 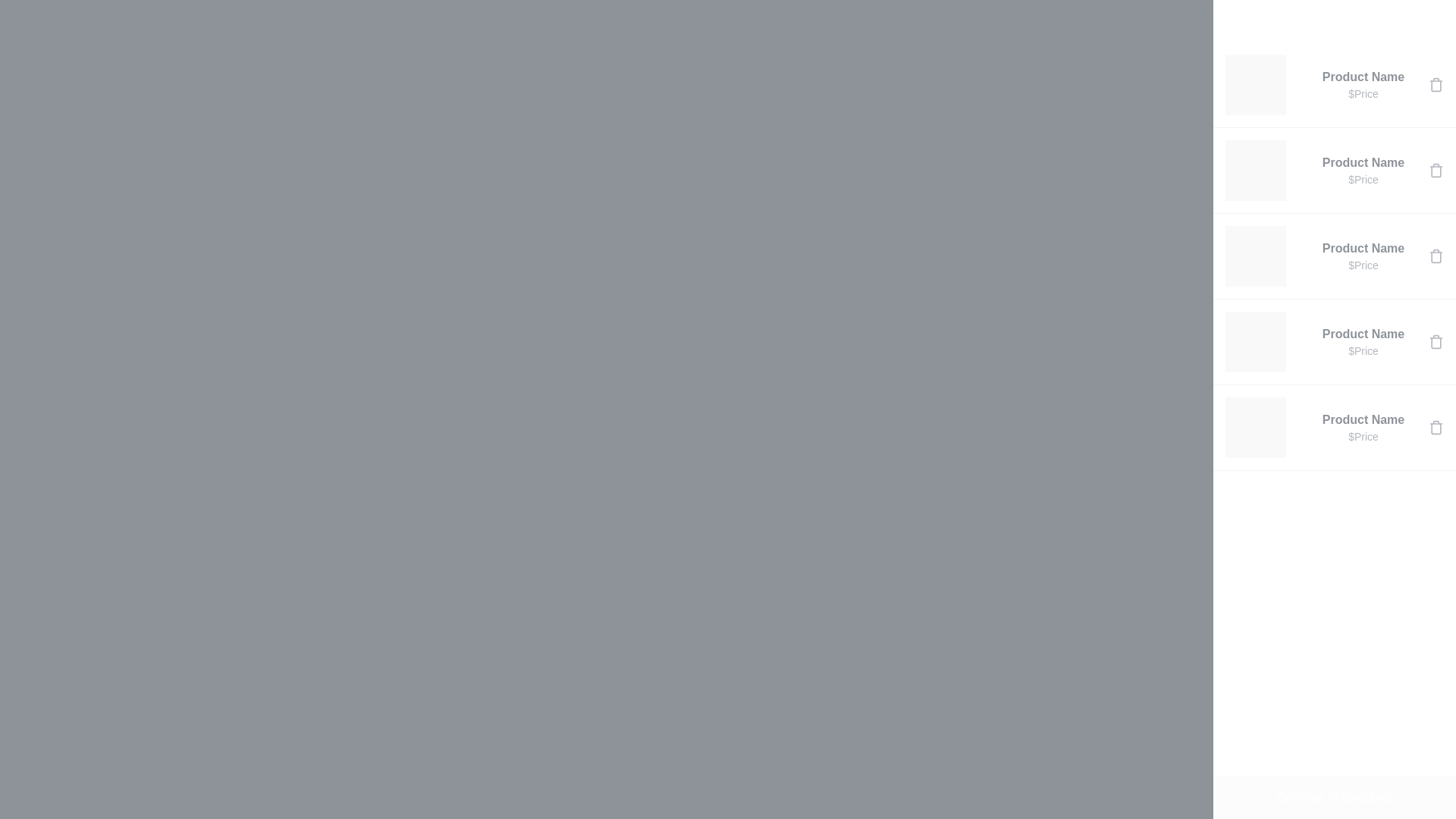 What do you see at coordinates (1436, 342) in the screenshot?
I see `the middle vertical line of the trash can icon, which signifies delete functionality, located in the rightmost part of the row containing 'Product Name' and price information at the fourth position in the list of items` at bounding box center [1436, 342].